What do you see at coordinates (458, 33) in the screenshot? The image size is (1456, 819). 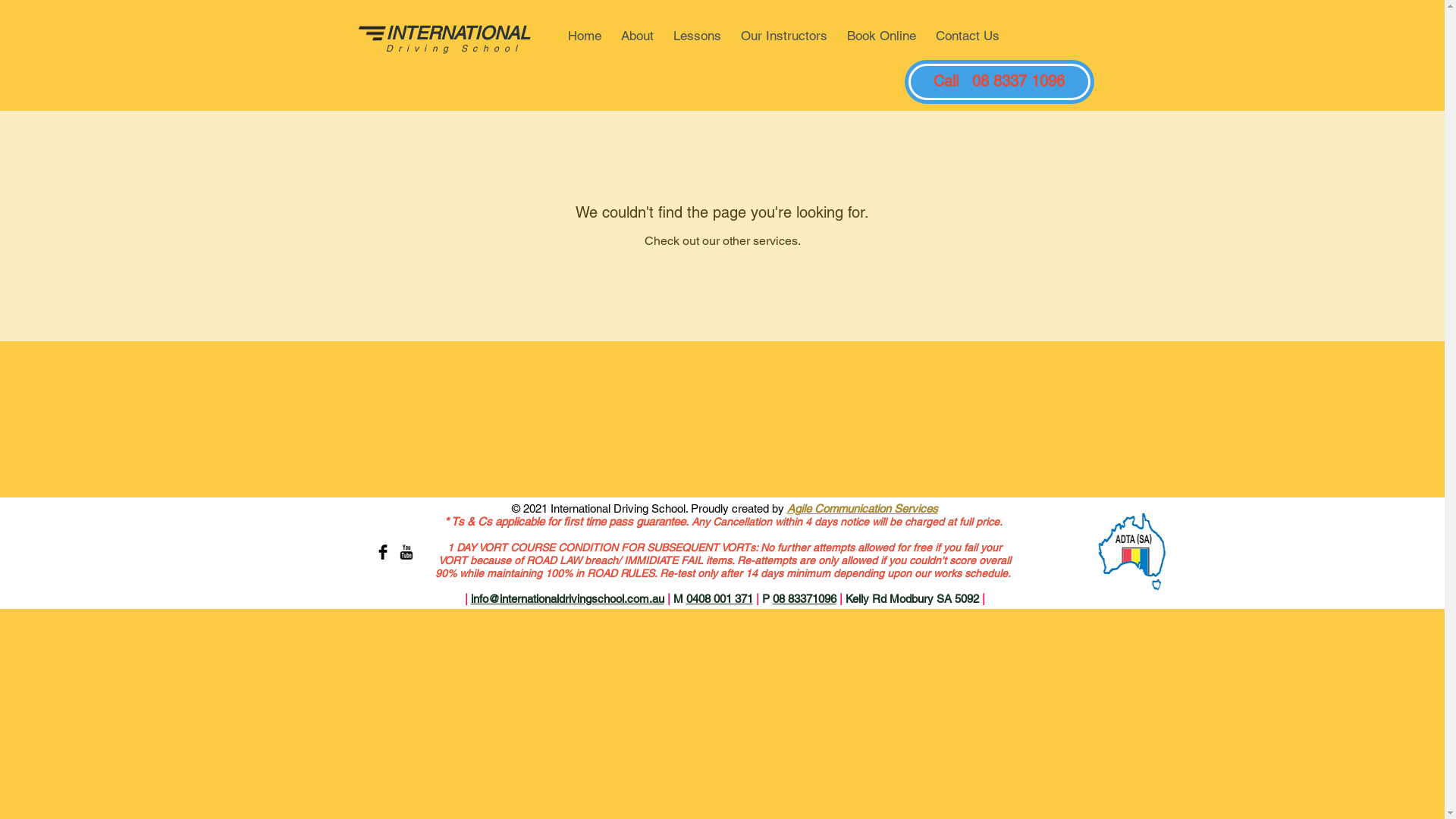 I see `'INTERNATIONAL '` at bounding box center [458, 33].